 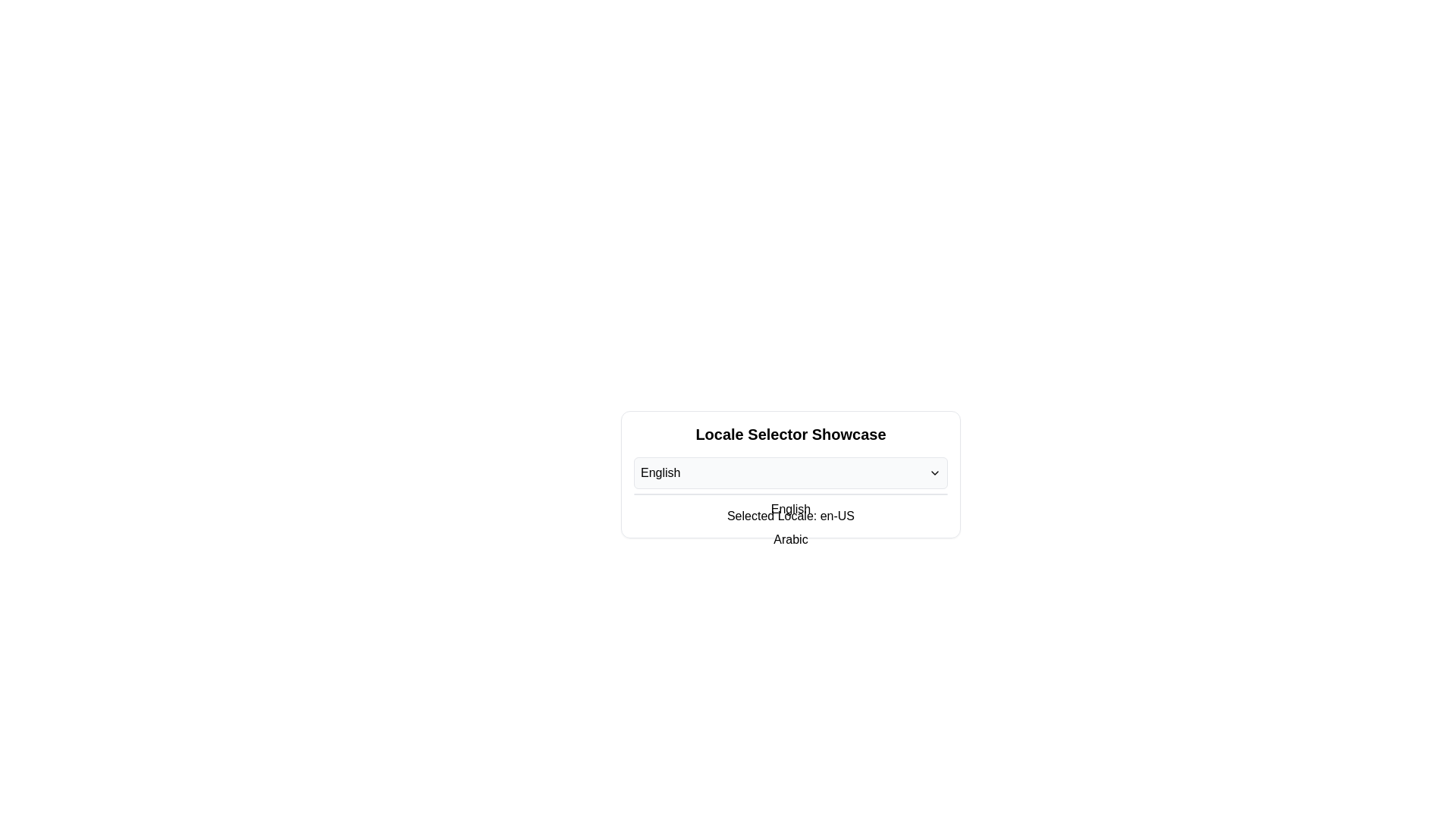 I want to click on text from the Text Label displaying the current locale selected by the user, located below the locale selection options in the 'Locale Selector Showcase', so click(x=789, y=516).